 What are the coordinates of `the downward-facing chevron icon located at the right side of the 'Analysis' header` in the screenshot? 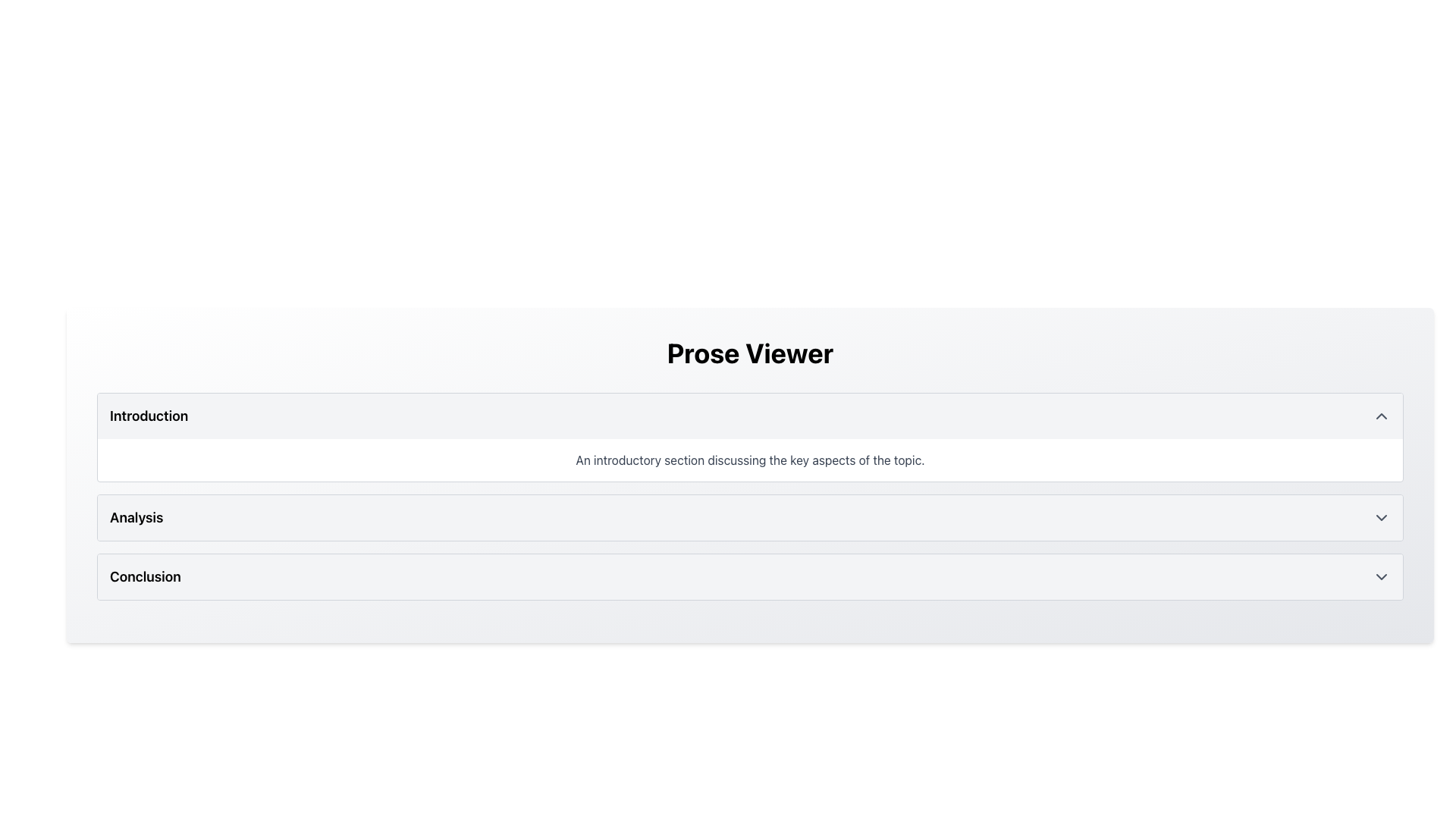 It's located at (1382, 516).